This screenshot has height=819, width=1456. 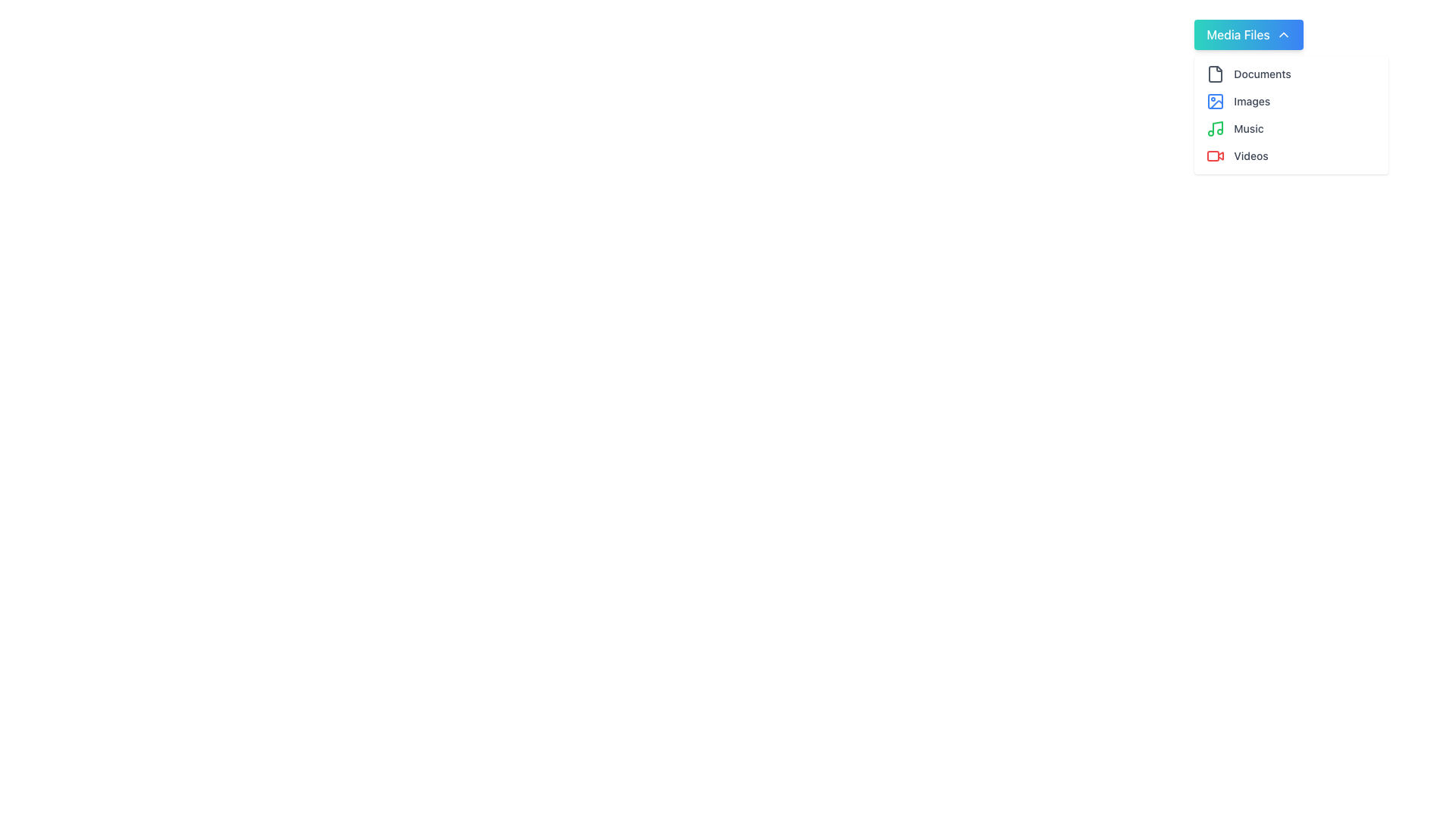 What do you see at coordinates (1216, 127) in the screenshot?
I see `the music icon, which is styled in green and located to the left of the 'Music' text label in the 'Media Files' drop-down menu` at bounding box center [1216, 127].